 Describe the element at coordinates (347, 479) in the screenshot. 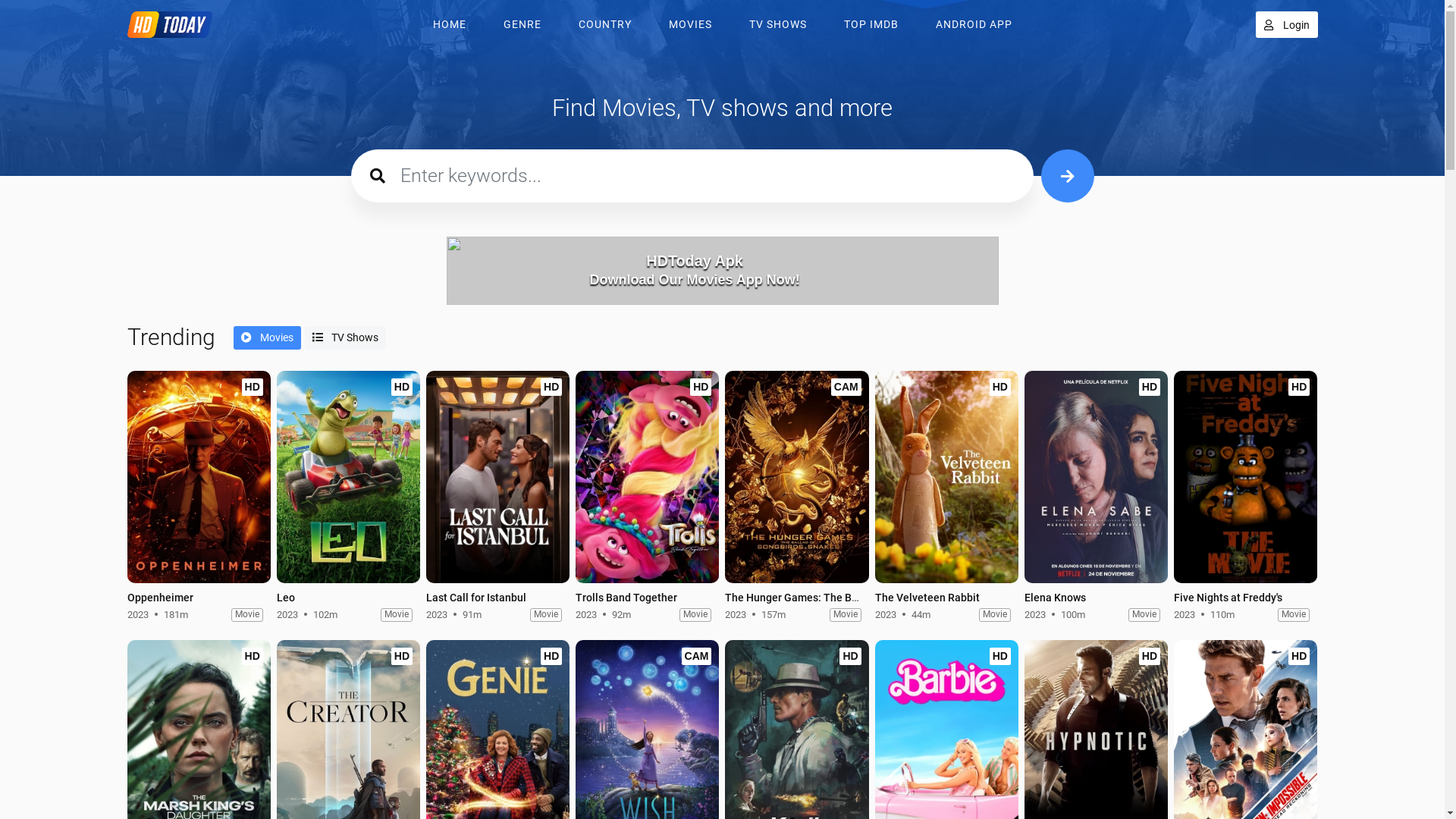

I see `'Leo'` at that location.